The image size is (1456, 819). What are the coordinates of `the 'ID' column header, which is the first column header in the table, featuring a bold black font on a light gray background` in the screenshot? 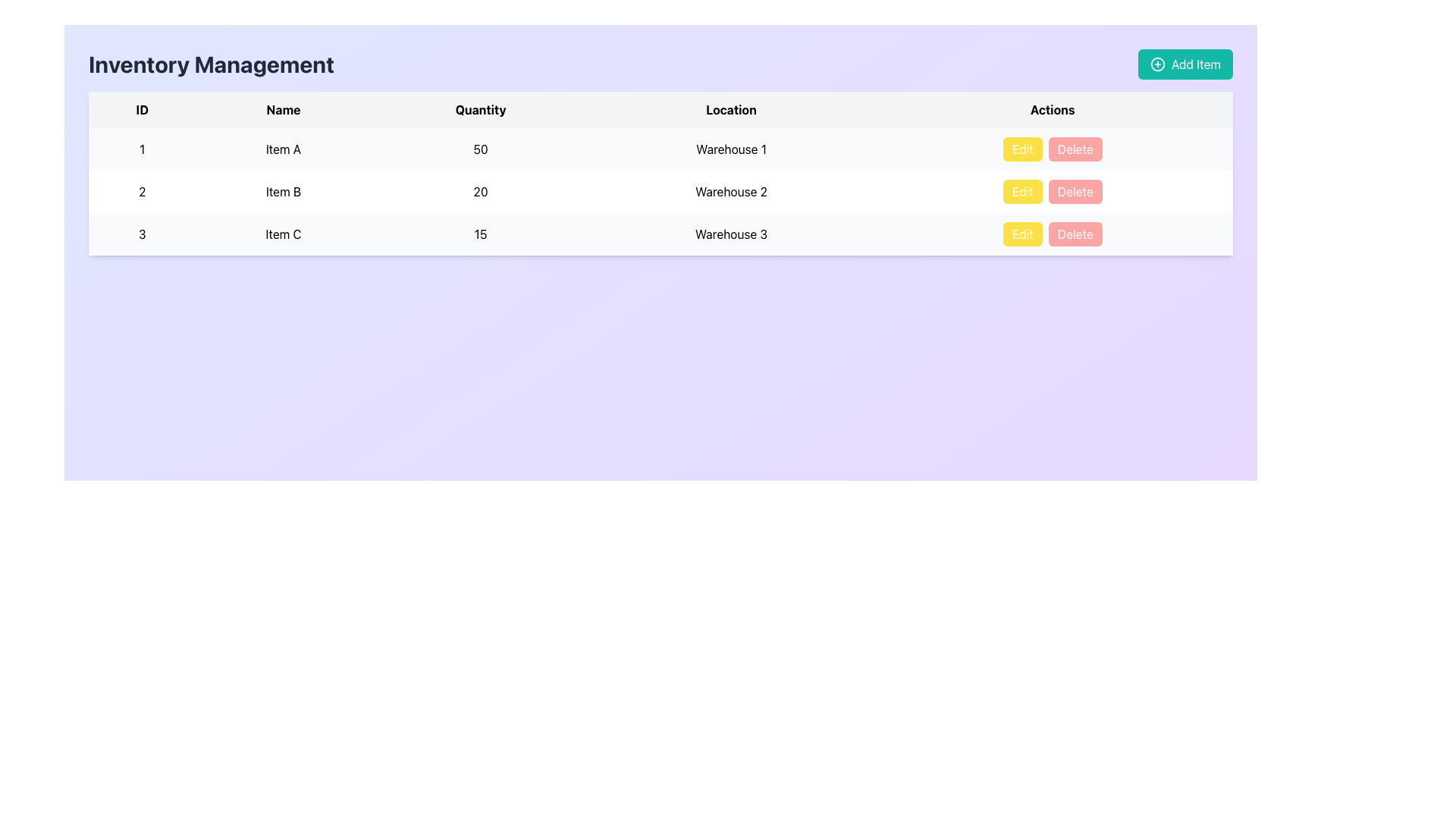 It's located at (142, 109).